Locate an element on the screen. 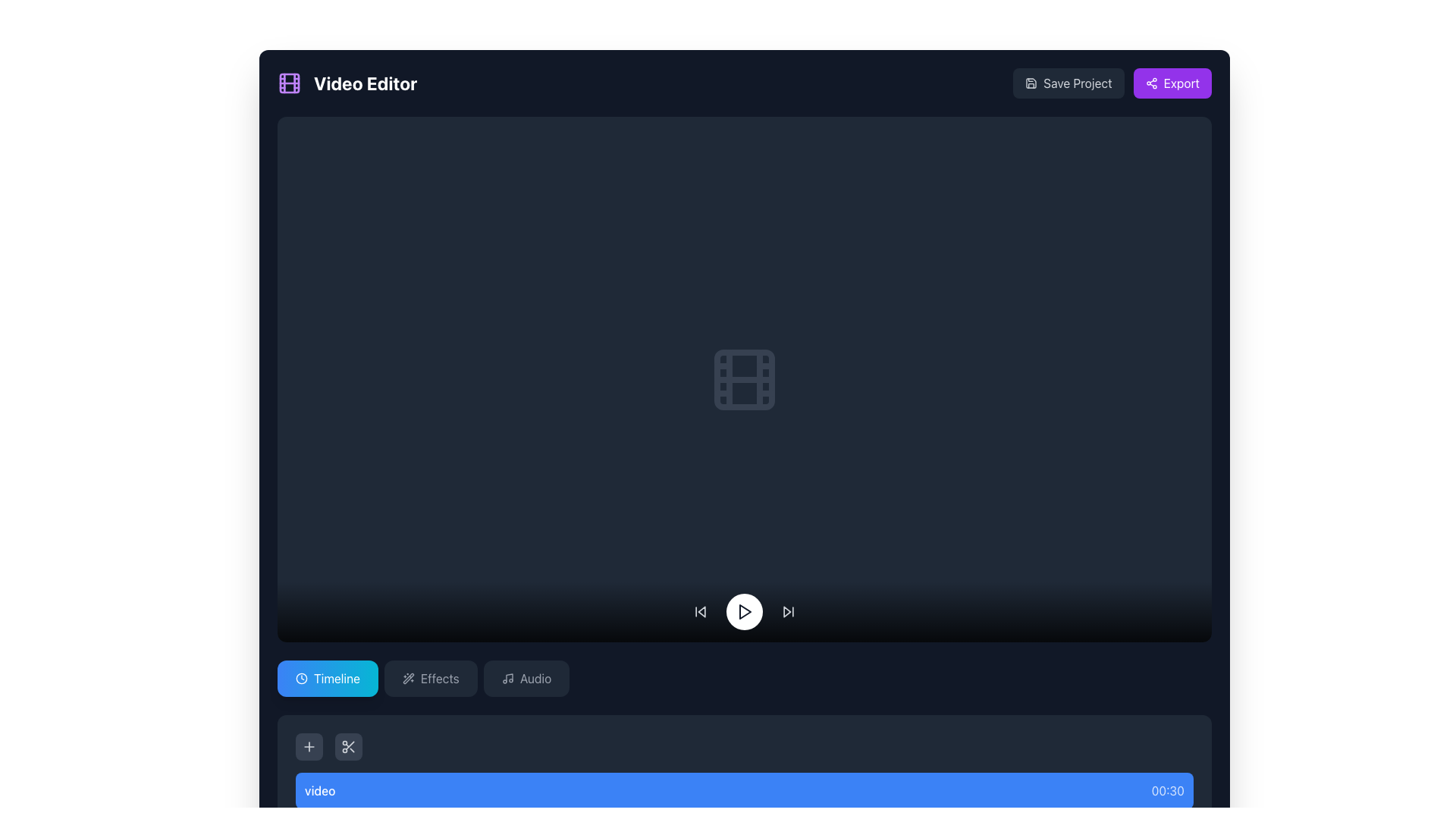  the 'Export' button located at the top-right corner of the interface, which has a purple background and white text is located at coordinates (1171, 83).